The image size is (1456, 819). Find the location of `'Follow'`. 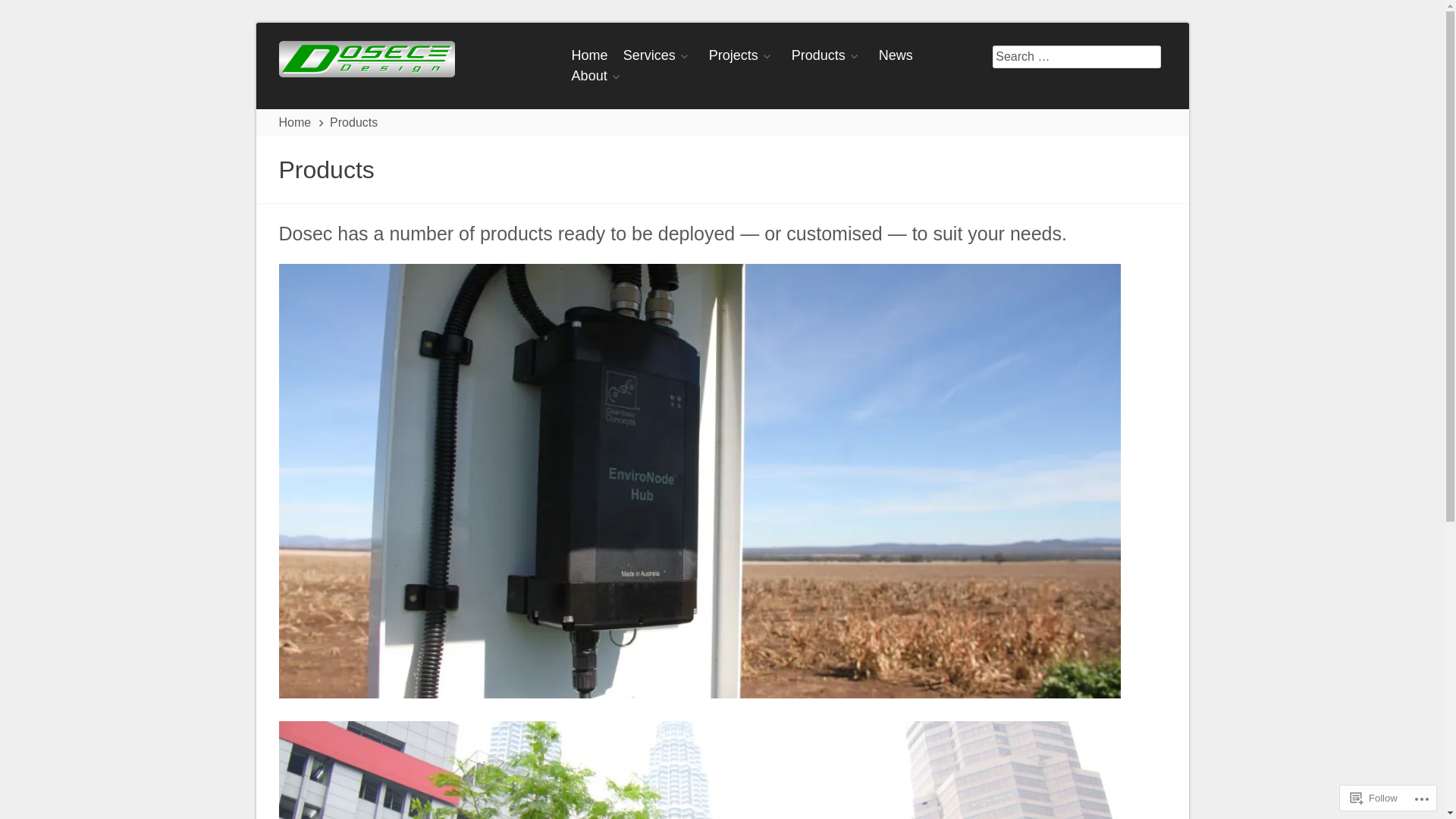

'Follow' is located at coordinates (1344, 797).